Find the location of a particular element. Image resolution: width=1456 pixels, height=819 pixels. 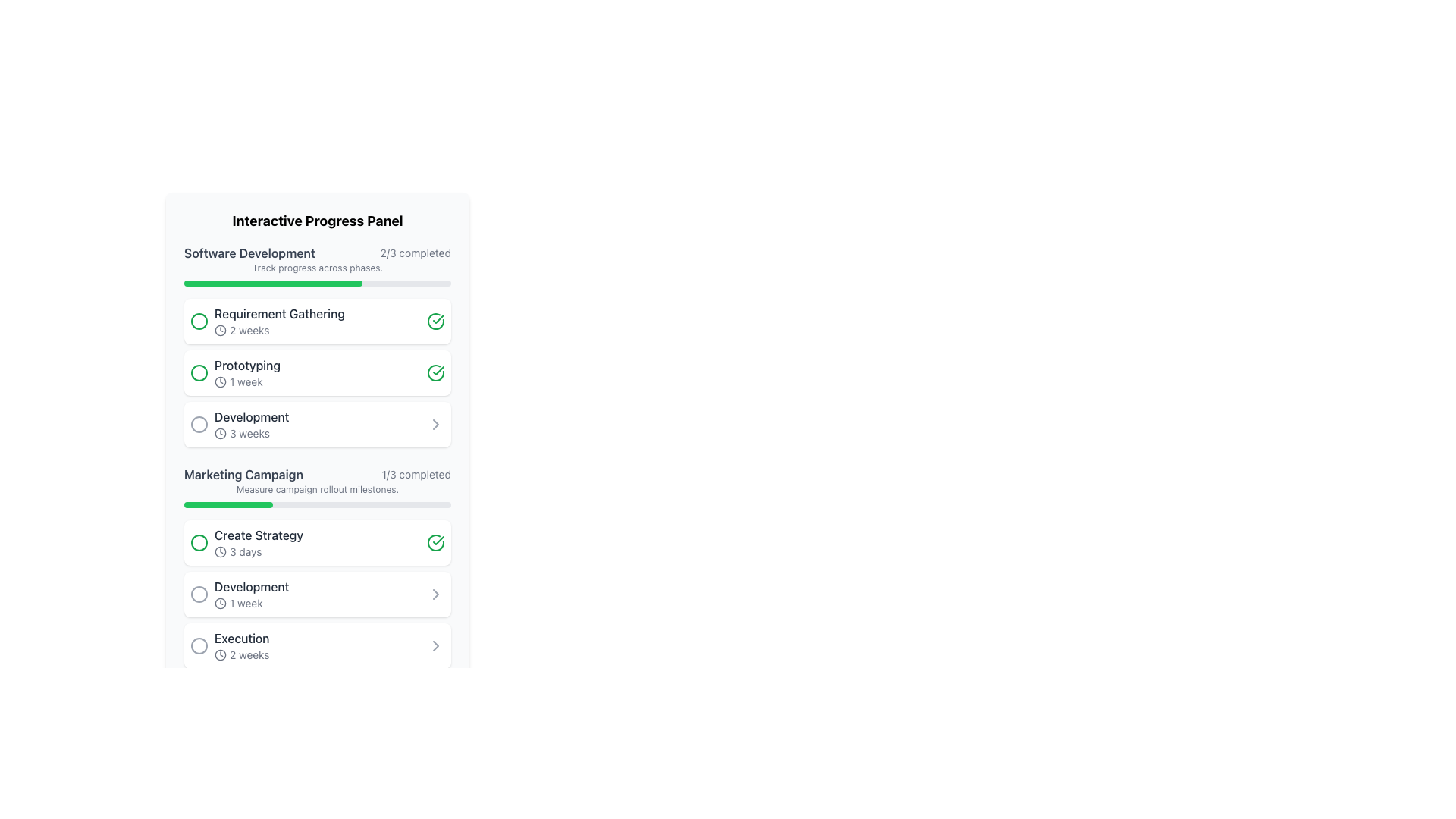

the circular icon with a green outline and a green checkmark indicating the completion status of the 'Requirement Gathering' task in the 'Software Development' section is located at coordinates (435, 542).